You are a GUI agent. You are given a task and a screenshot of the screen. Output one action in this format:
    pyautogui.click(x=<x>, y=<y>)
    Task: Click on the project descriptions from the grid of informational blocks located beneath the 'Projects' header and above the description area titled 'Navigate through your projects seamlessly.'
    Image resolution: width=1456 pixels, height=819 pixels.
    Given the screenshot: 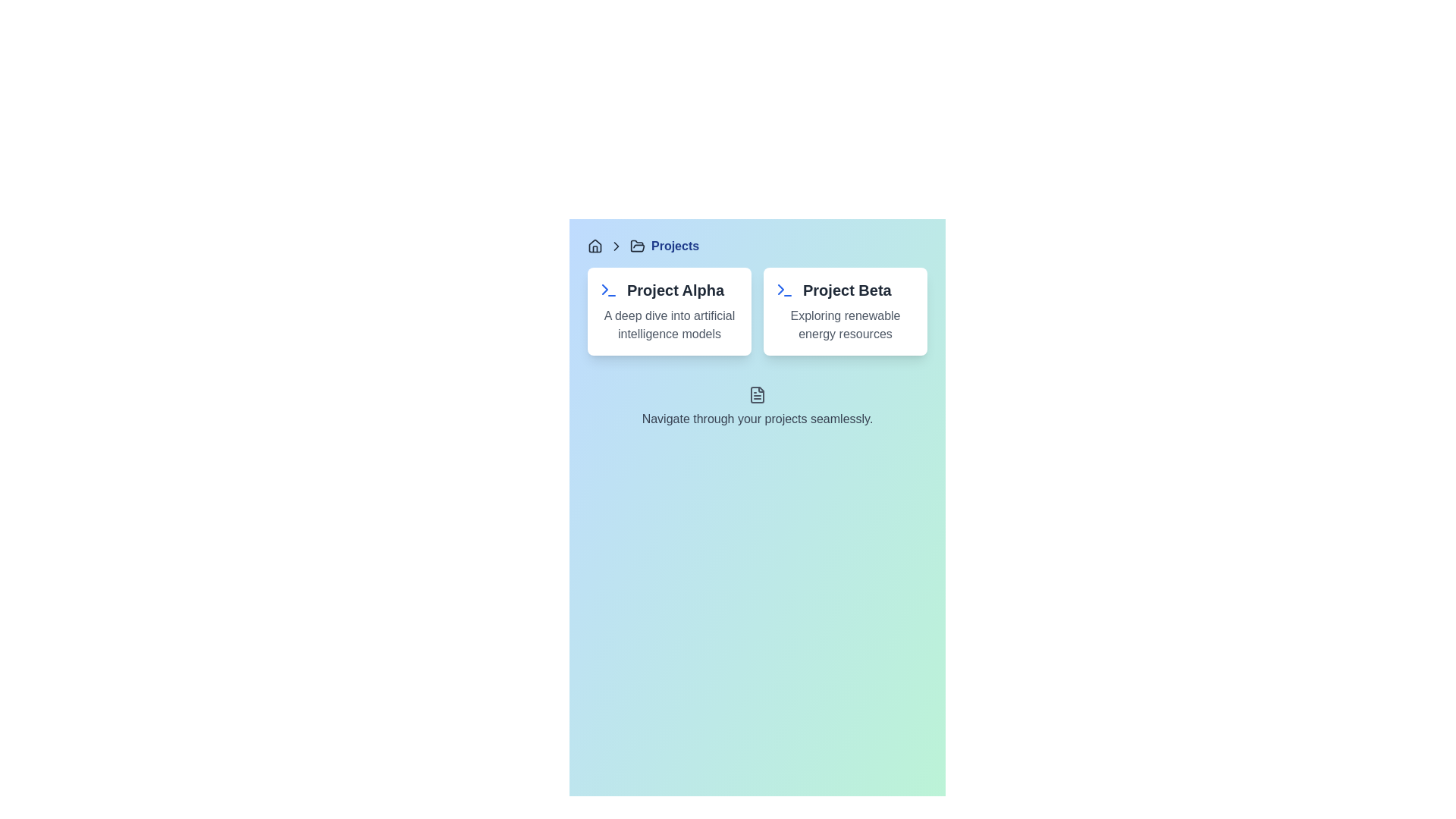 What is the action you would take?
    pyautogui.click(x=757, y=311)
    